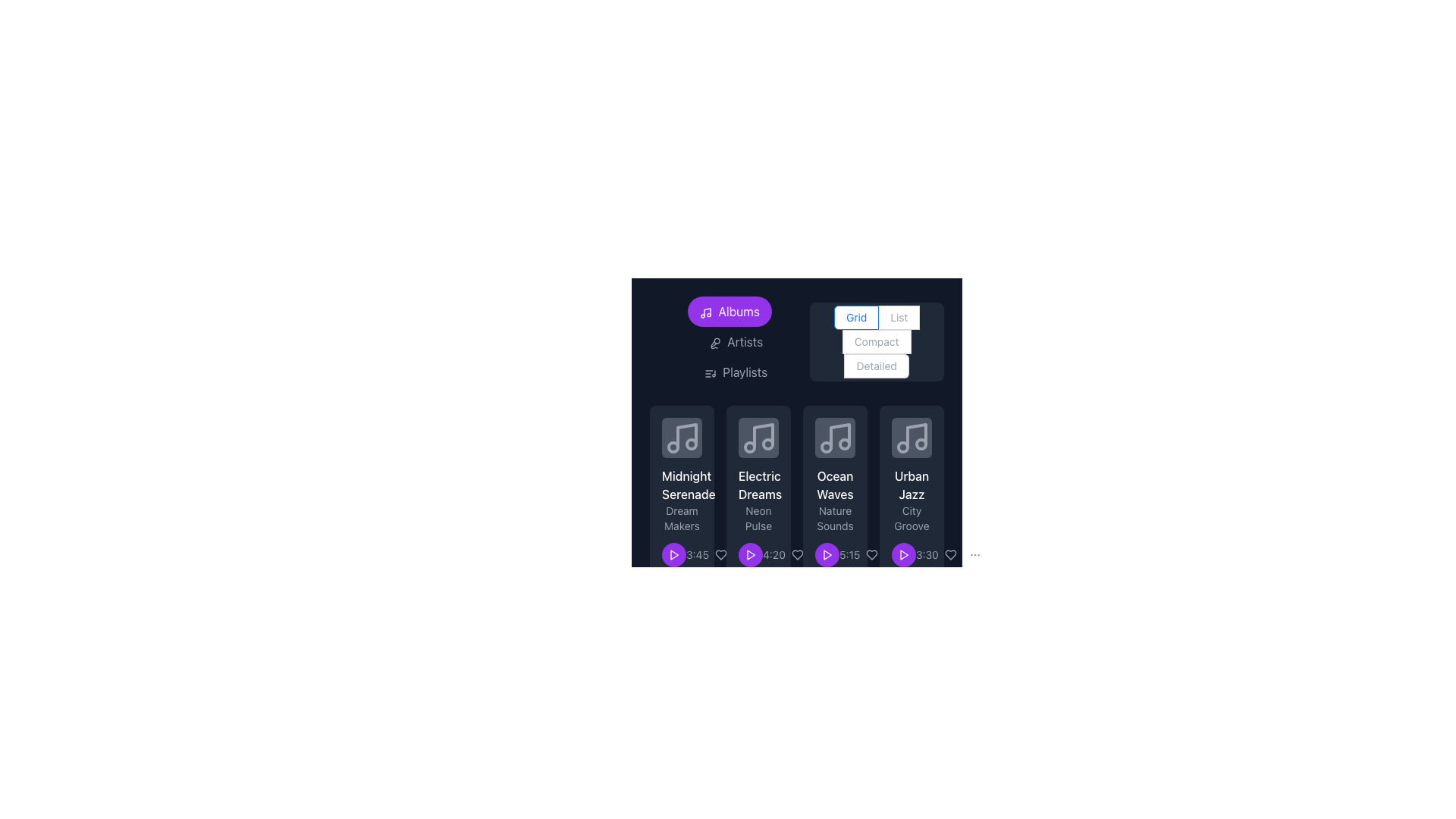 The height and width of the screenshot is (819, 1456). Describe the element at coordinates (697, 555) in the screenshot. I see `the text label that indicates the song duration, which is positioned to the right of the play button and to the left of the heart-shaped button for the 'Midnight Serenade' album` at that location.